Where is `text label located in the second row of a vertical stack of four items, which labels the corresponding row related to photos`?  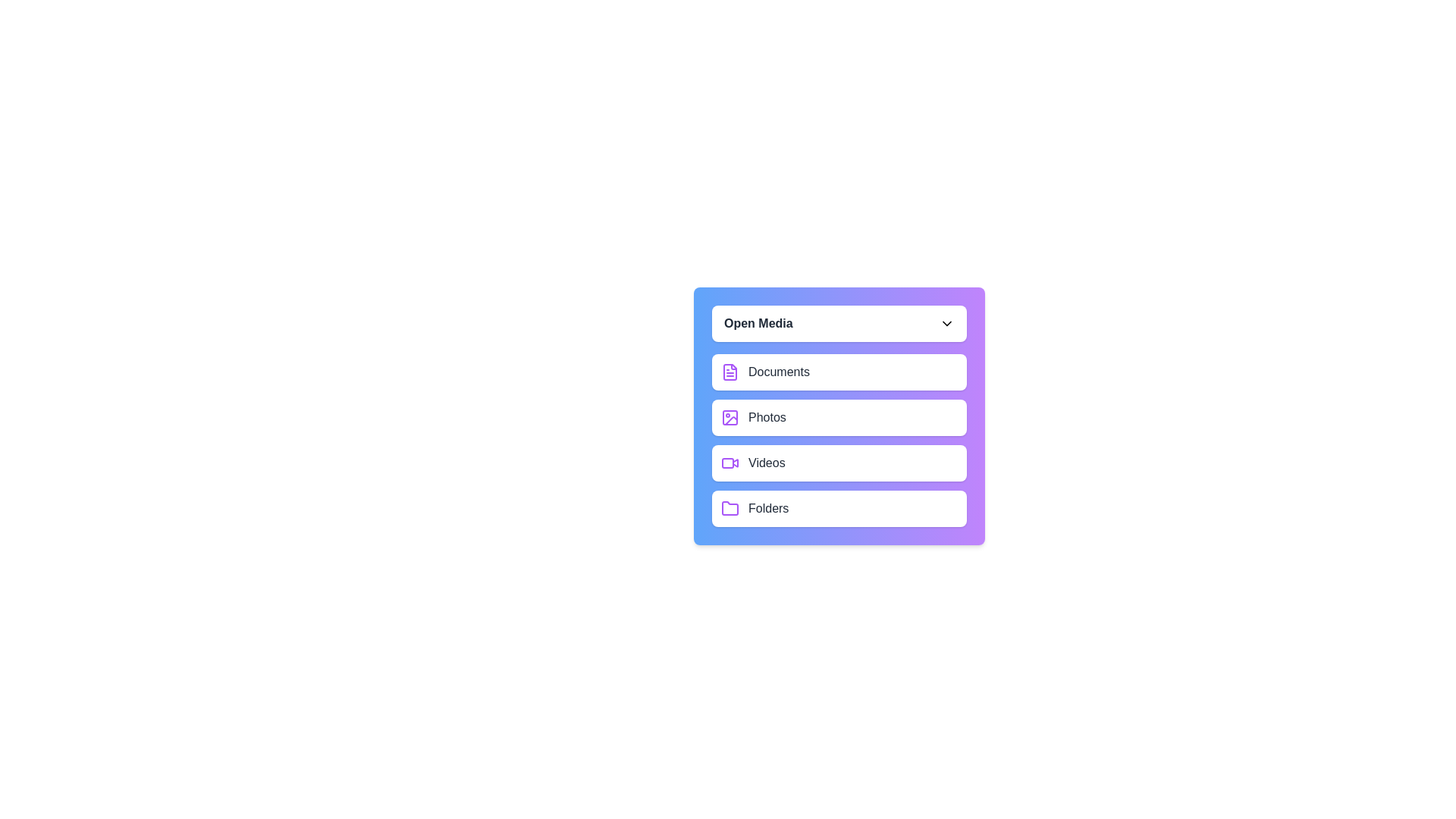 text label located in the second row of a vertical stack of four items, which labels the corresponding row related to photos is located at coordinates (767, 418).